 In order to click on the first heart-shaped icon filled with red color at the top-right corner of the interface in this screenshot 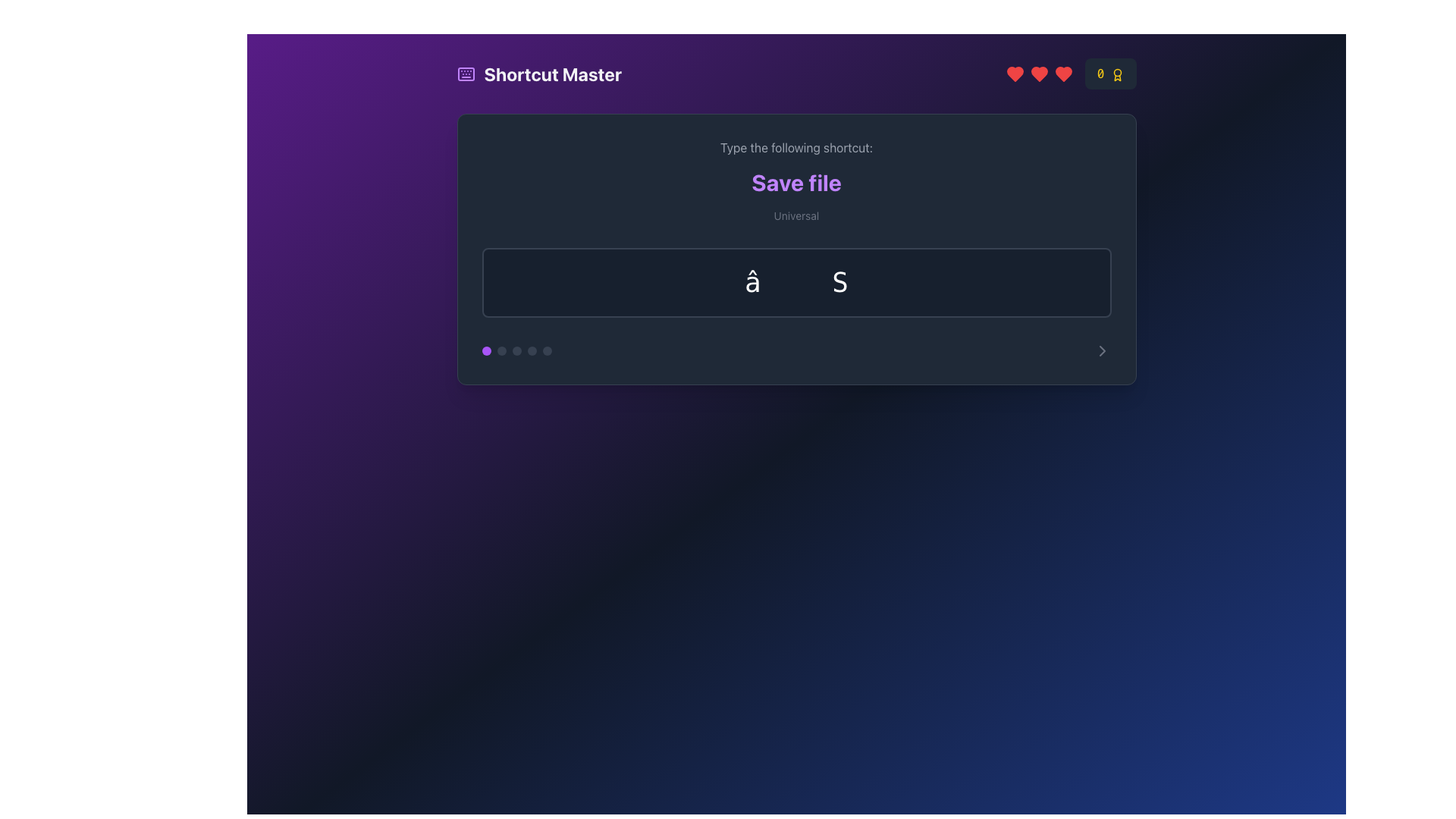, I will do `click(1015, 74)`.